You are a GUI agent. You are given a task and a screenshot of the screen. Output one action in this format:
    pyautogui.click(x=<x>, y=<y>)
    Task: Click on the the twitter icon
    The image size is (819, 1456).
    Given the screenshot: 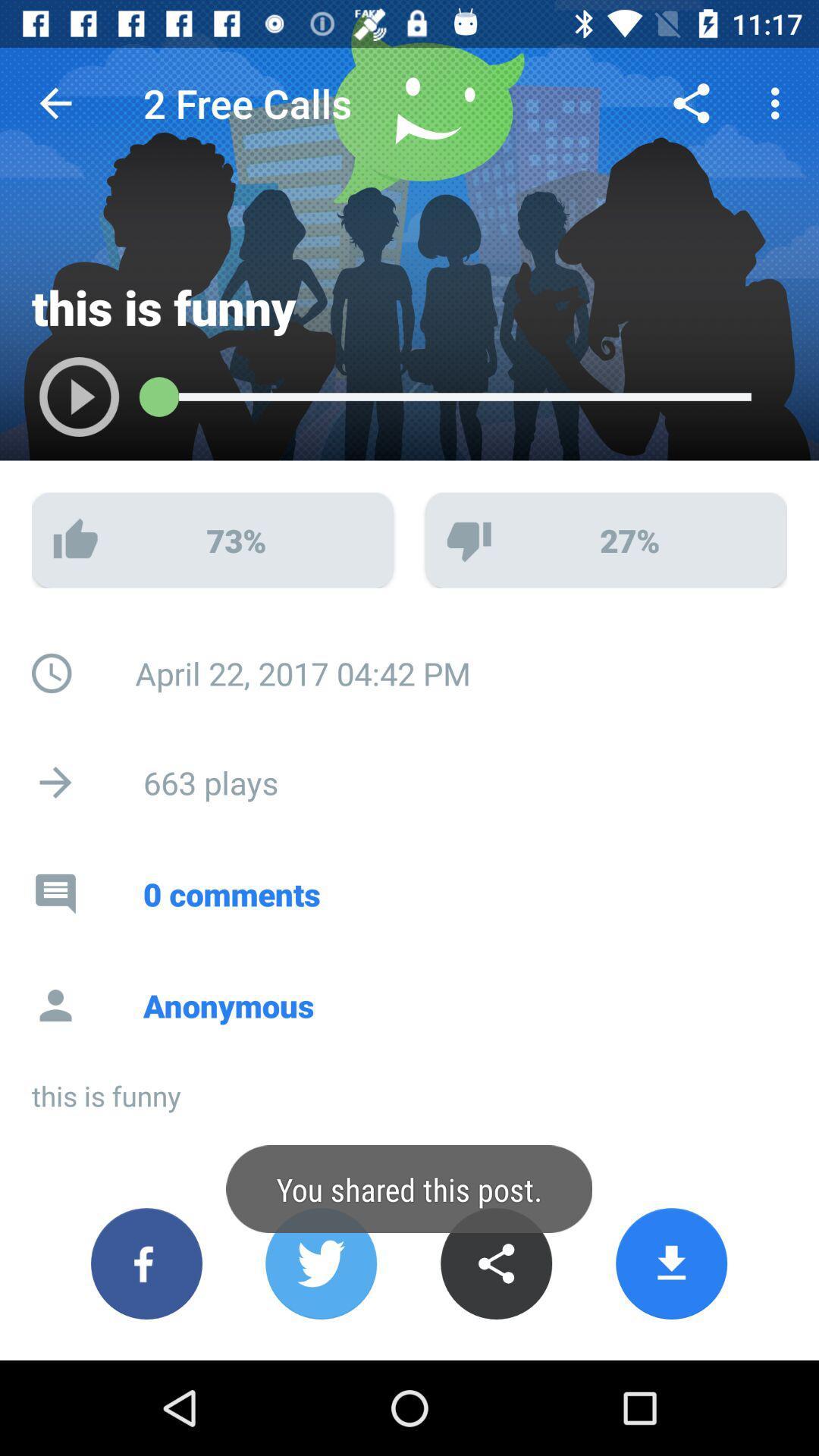 What is the action you would take?
    pyautogui.click(x=320, y=1263)
    